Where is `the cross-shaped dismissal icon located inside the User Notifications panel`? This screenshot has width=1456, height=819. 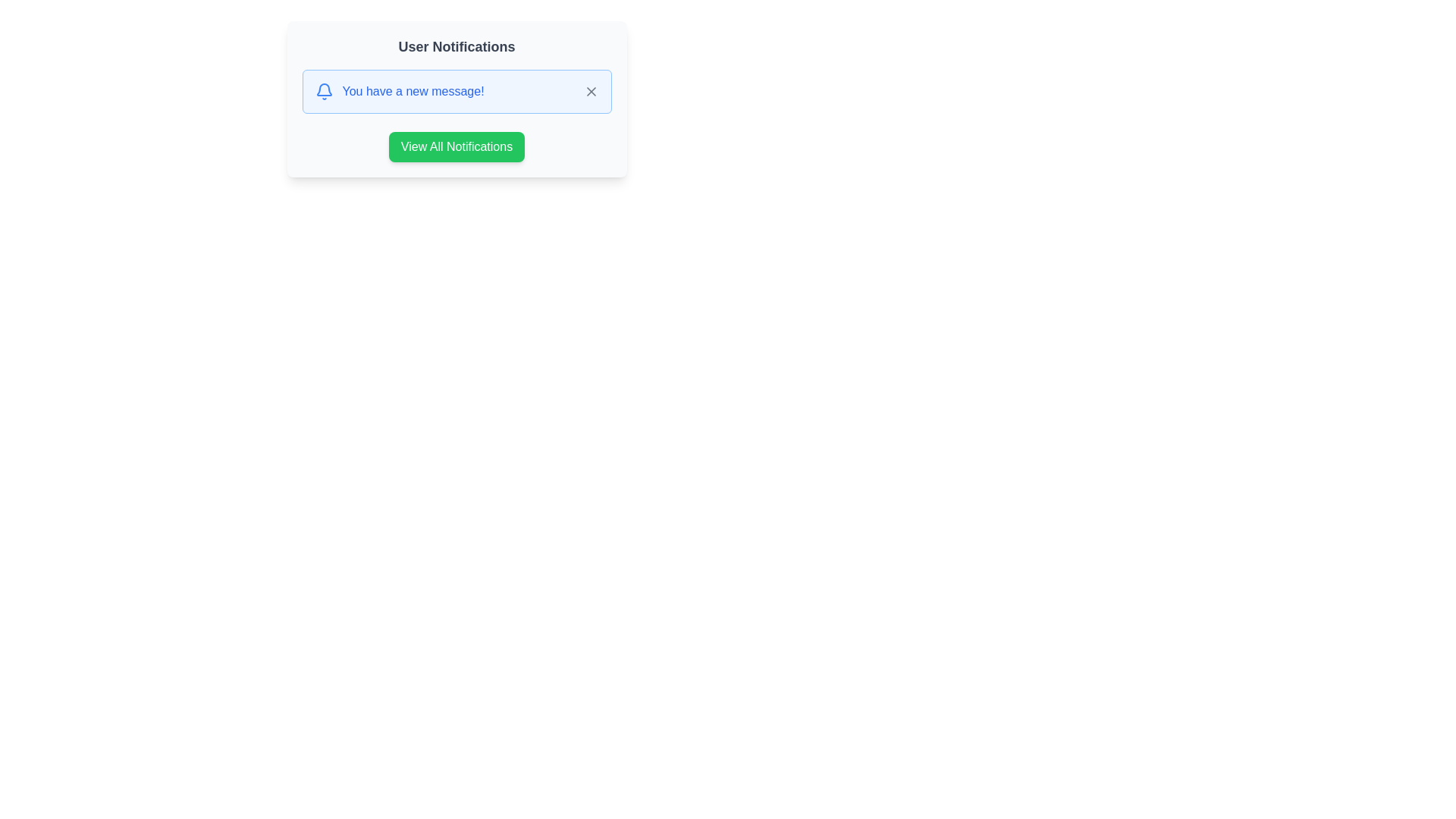
the cross-shaped dismissal icon located inside the User Notifications panel is located at coordinates (590, 91).